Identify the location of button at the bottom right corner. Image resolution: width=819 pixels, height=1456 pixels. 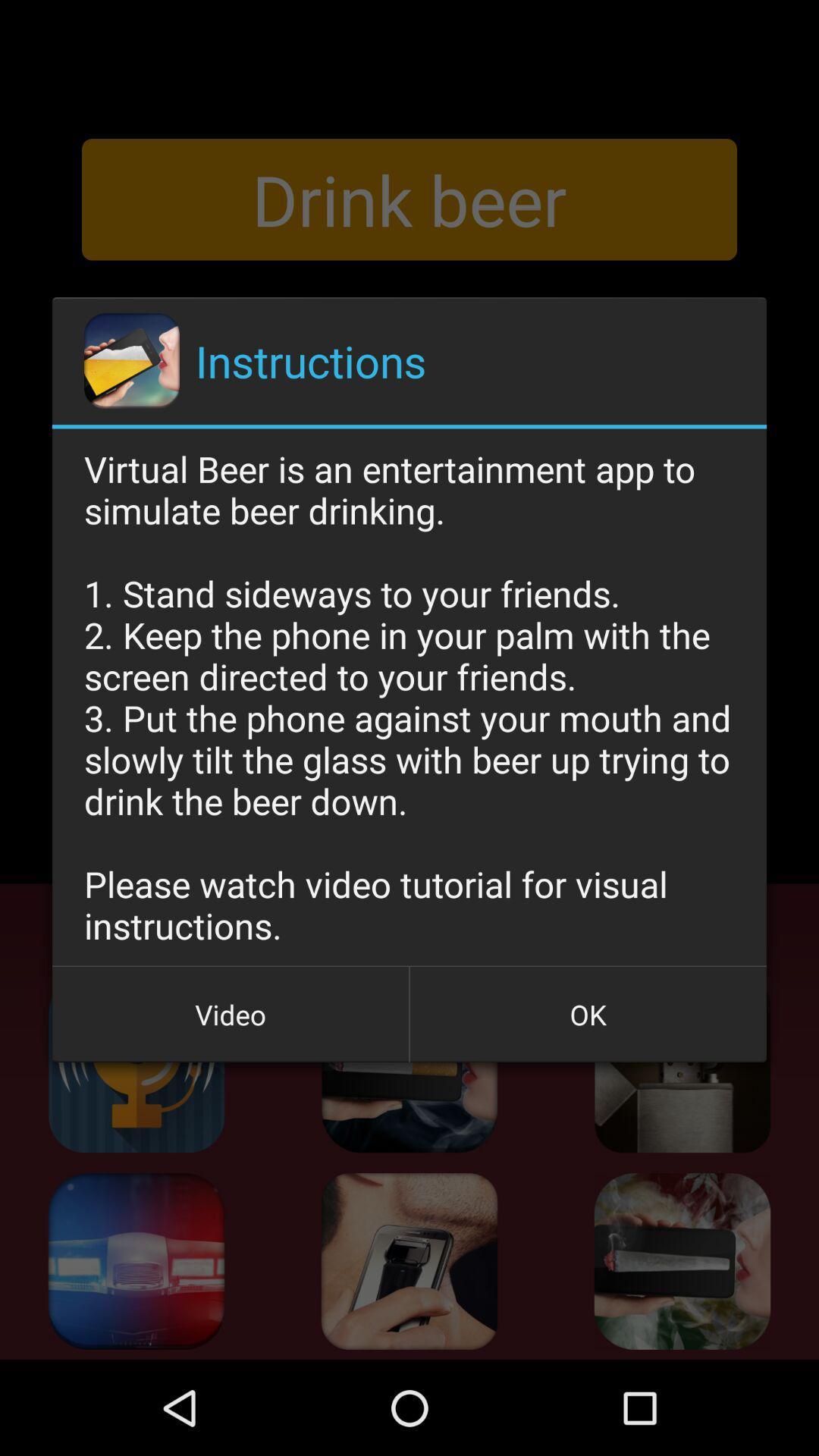
(587, 1015).